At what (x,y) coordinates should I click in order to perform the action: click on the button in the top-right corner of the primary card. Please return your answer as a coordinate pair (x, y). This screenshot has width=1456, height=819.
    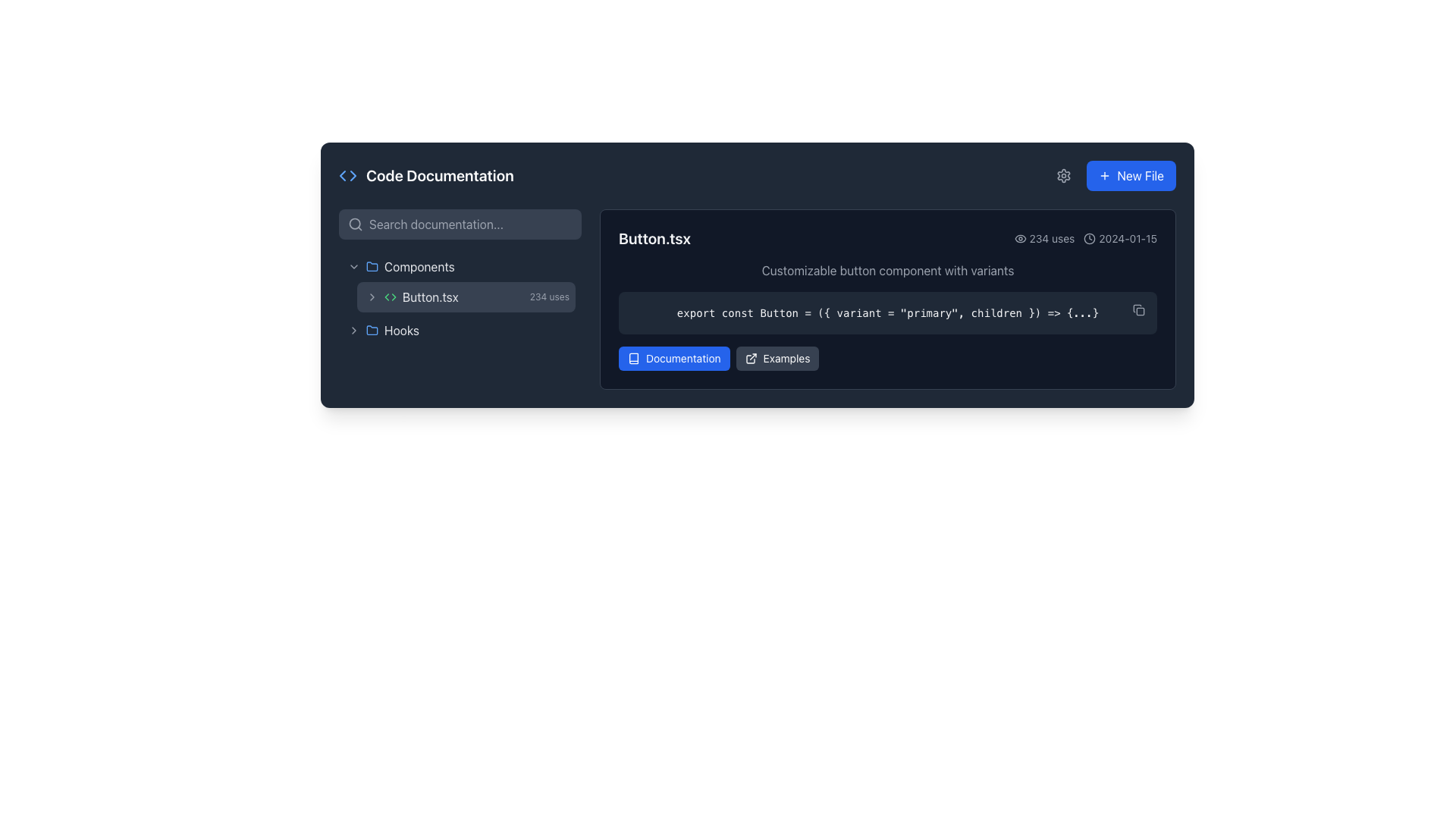
    Looking at the image, I should click on (1131, 174).